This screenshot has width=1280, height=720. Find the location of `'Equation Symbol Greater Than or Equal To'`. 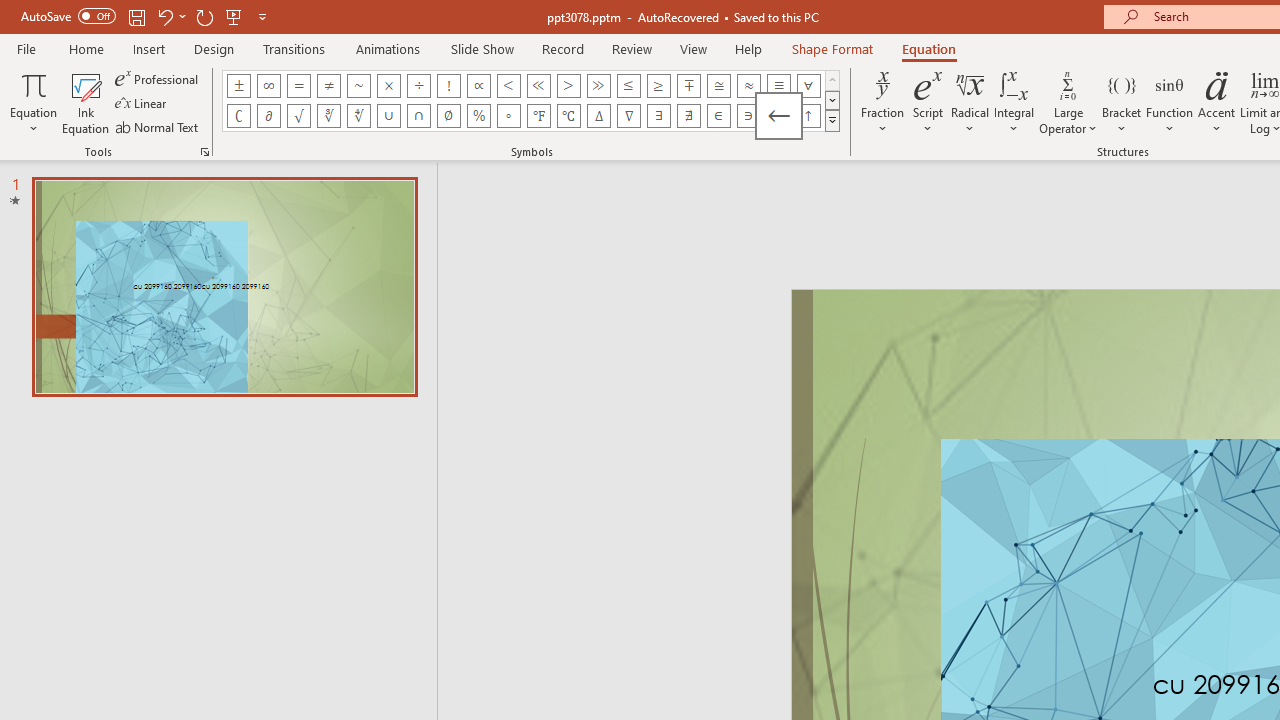

'Equation Symbol Greater Than or Equal To' is located at coordinates (659, 85).